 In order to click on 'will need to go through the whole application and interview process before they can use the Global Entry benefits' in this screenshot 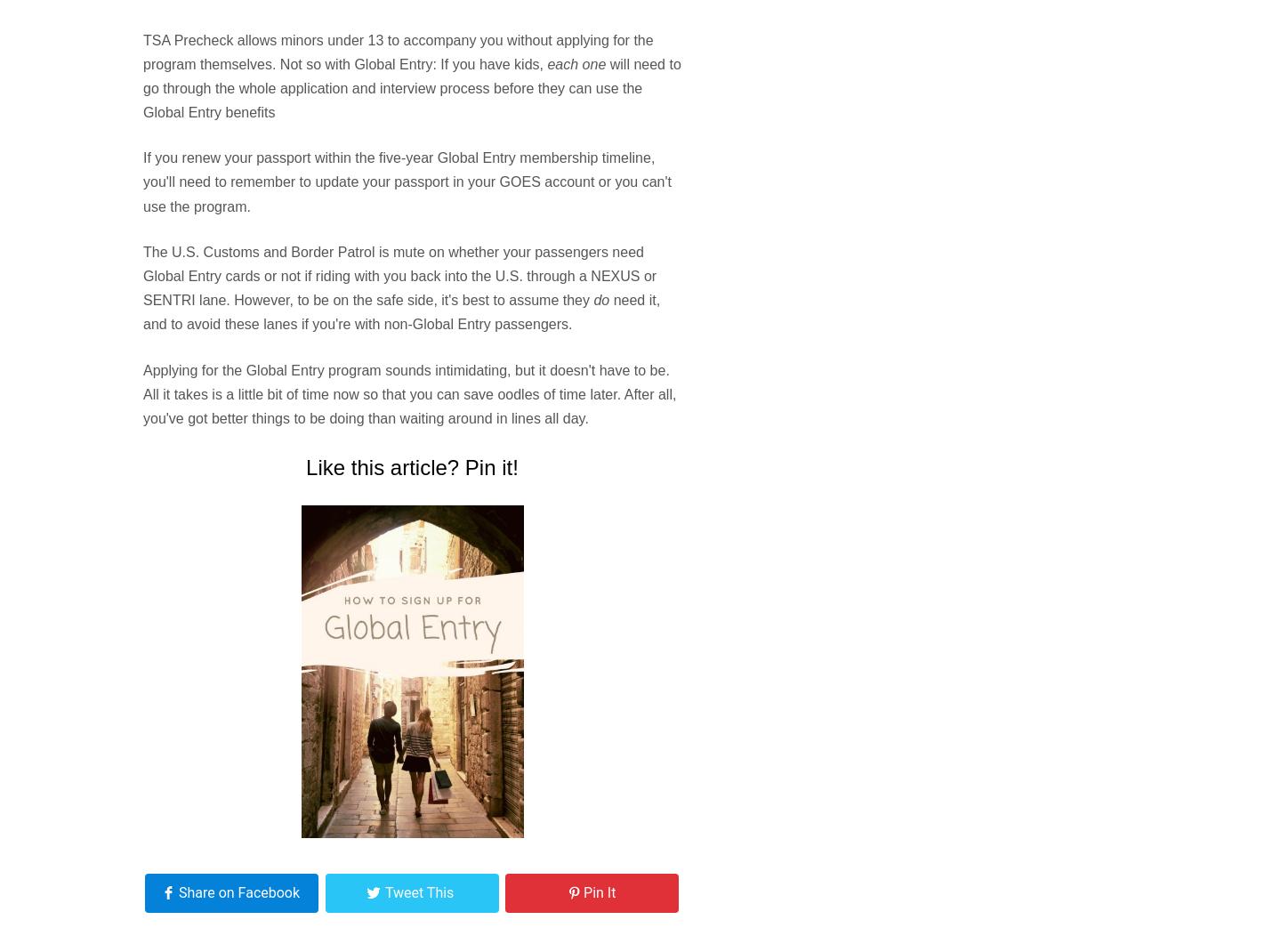, I will do `click(141, 87)`.